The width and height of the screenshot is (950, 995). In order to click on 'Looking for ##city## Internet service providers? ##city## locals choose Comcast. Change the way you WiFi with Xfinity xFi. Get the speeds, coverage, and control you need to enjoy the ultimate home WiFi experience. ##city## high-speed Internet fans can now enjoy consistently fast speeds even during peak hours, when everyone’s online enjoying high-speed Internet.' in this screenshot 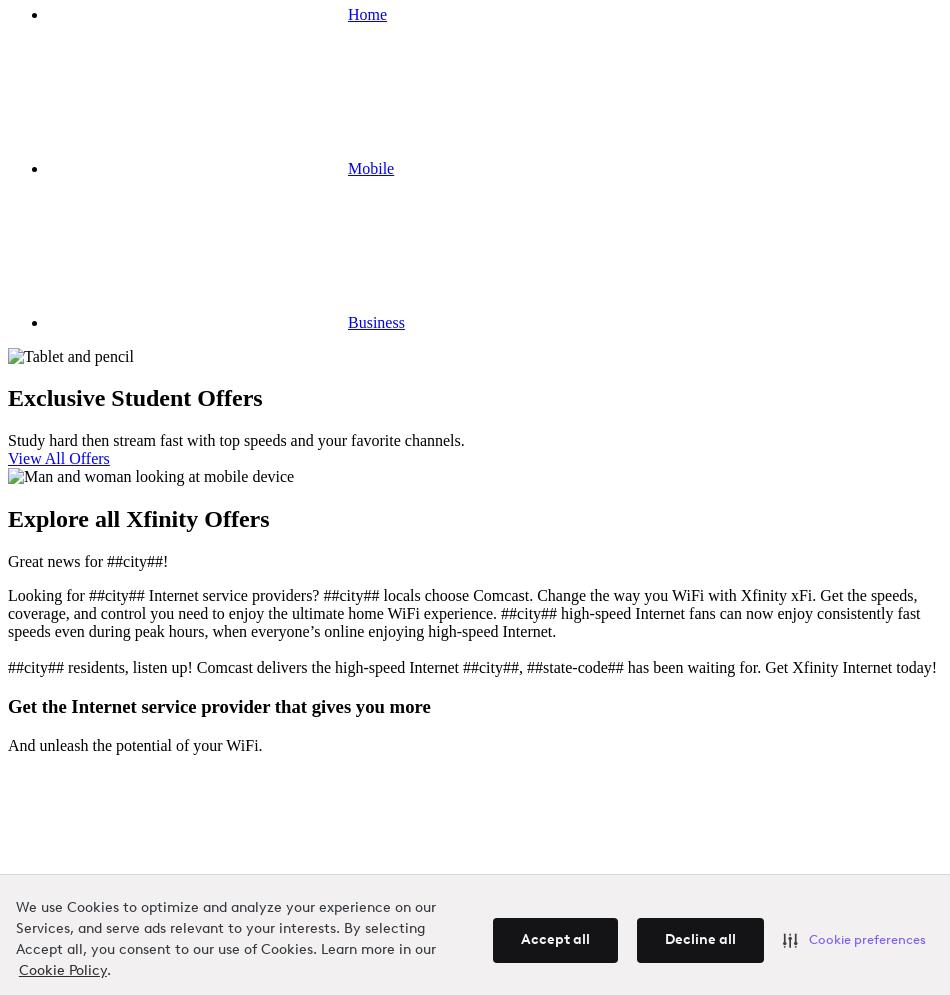, I will do `click(7, 613)`.